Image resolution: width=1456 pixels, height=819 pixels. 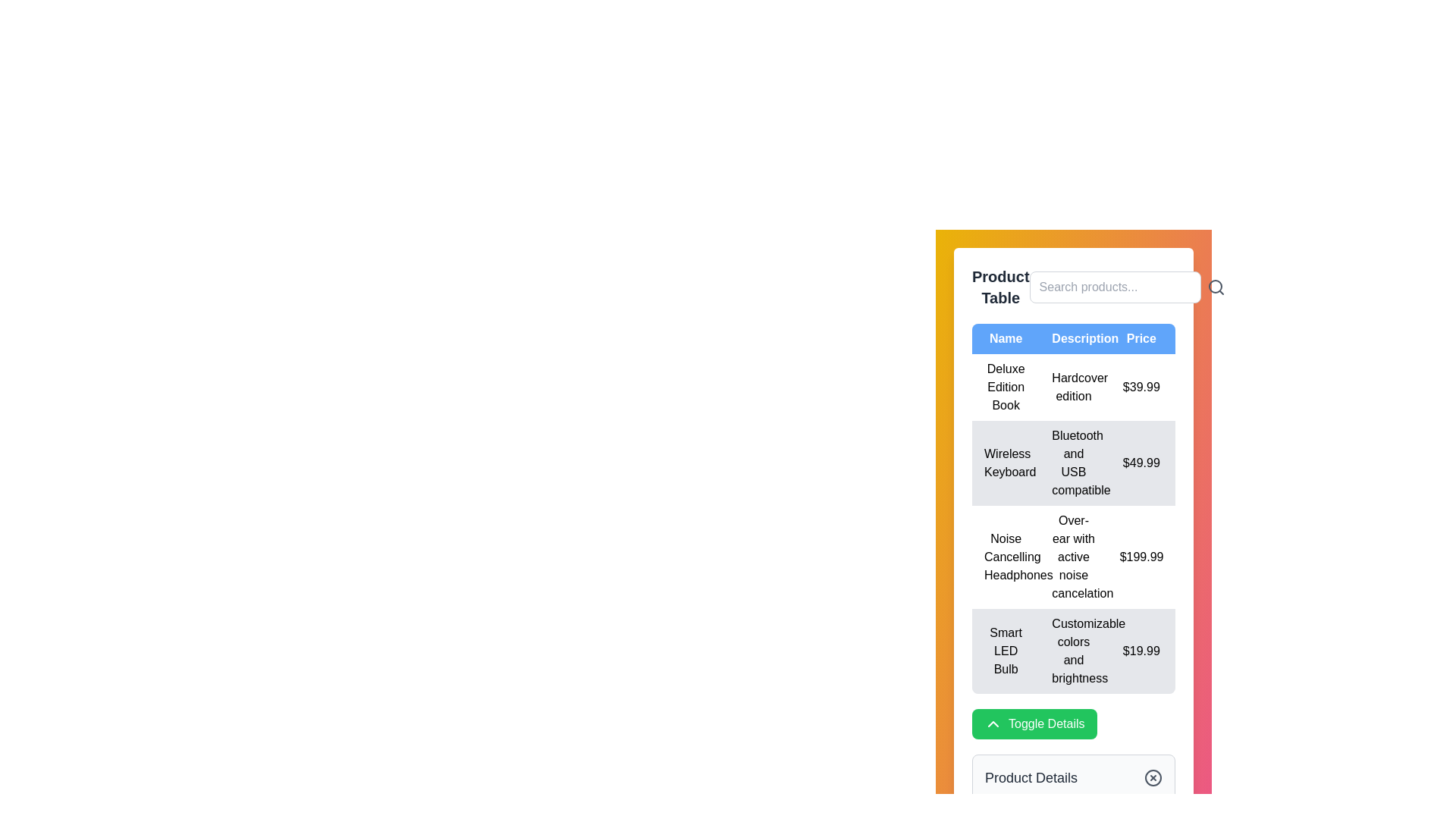 What do you see at coordinates (1141, 386) in the screenshot?
I see `text '$39.99' displayed in black font in the 'Price' column of the table, which aligns with 'Hardcover edition' in the 'Description' column and 'Deluxe Edition Book' in the 'Name' column` at bounding box center [1141, 386].